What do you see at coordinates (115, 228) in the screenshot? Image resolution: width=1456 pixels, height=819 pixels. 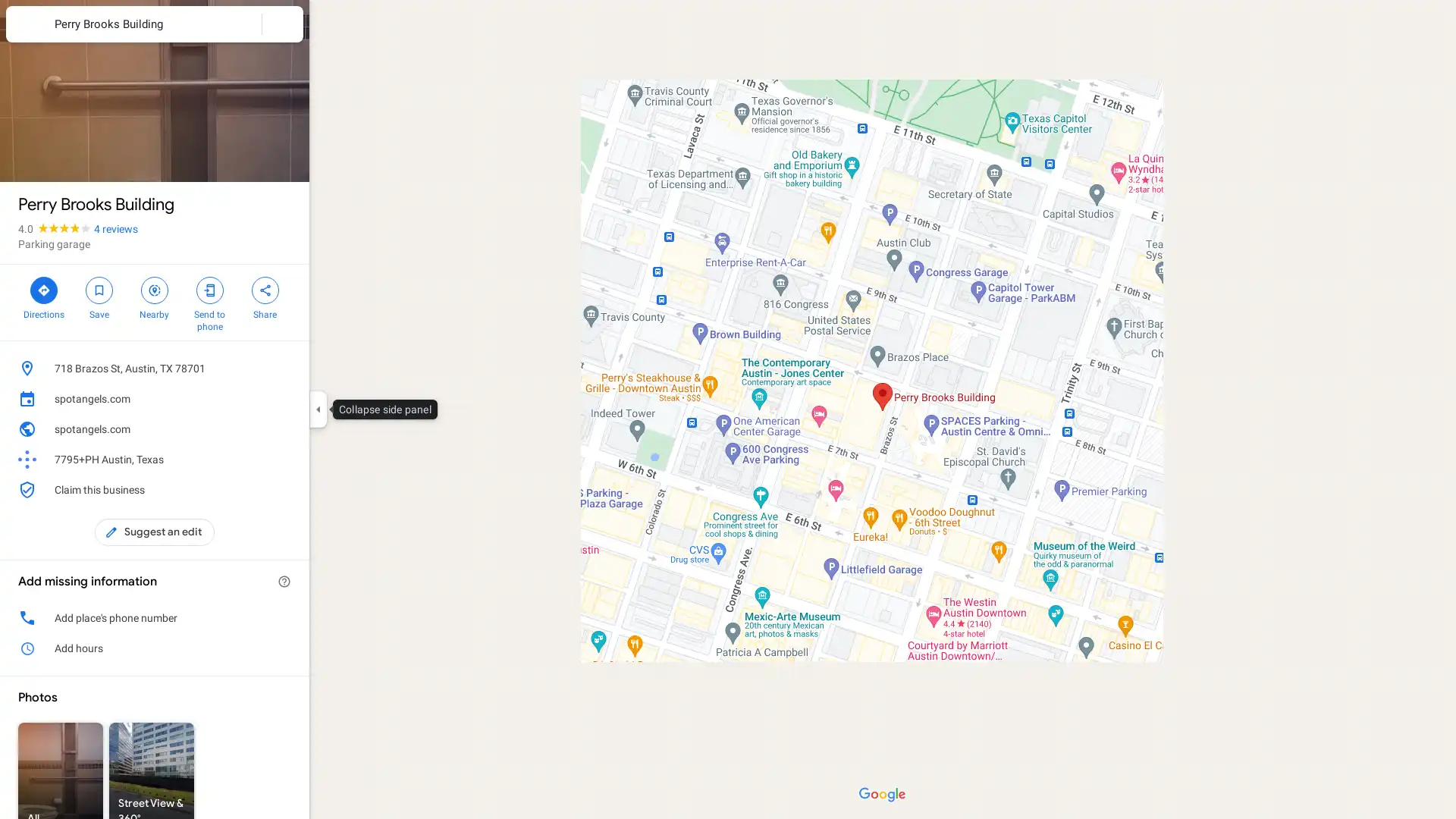 I see `4 reviews` at bounding box center [115, 228].